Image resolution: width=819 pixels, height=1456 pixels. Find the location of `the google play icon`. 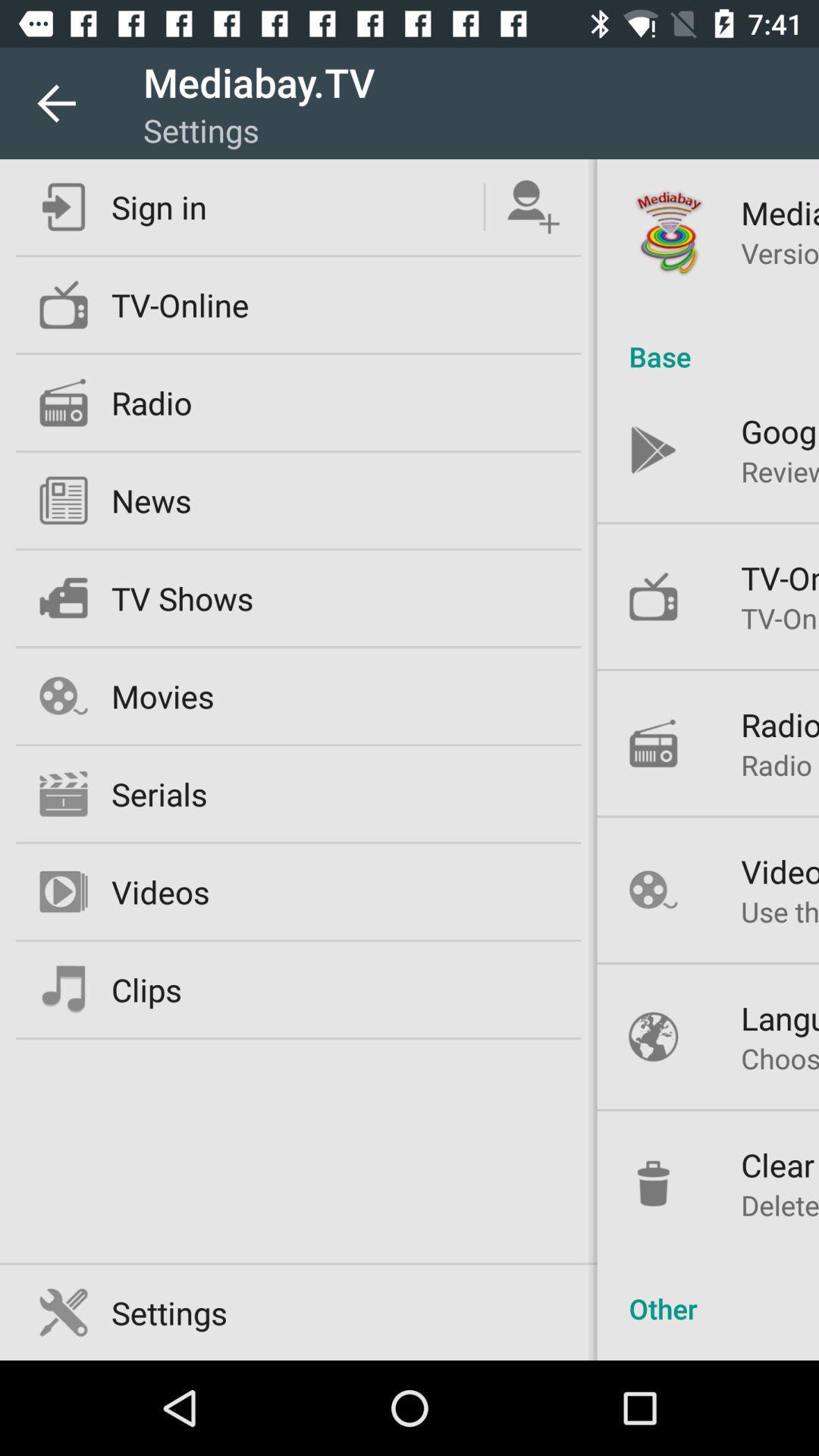

the google play icon is located at coordinates (780, 430).